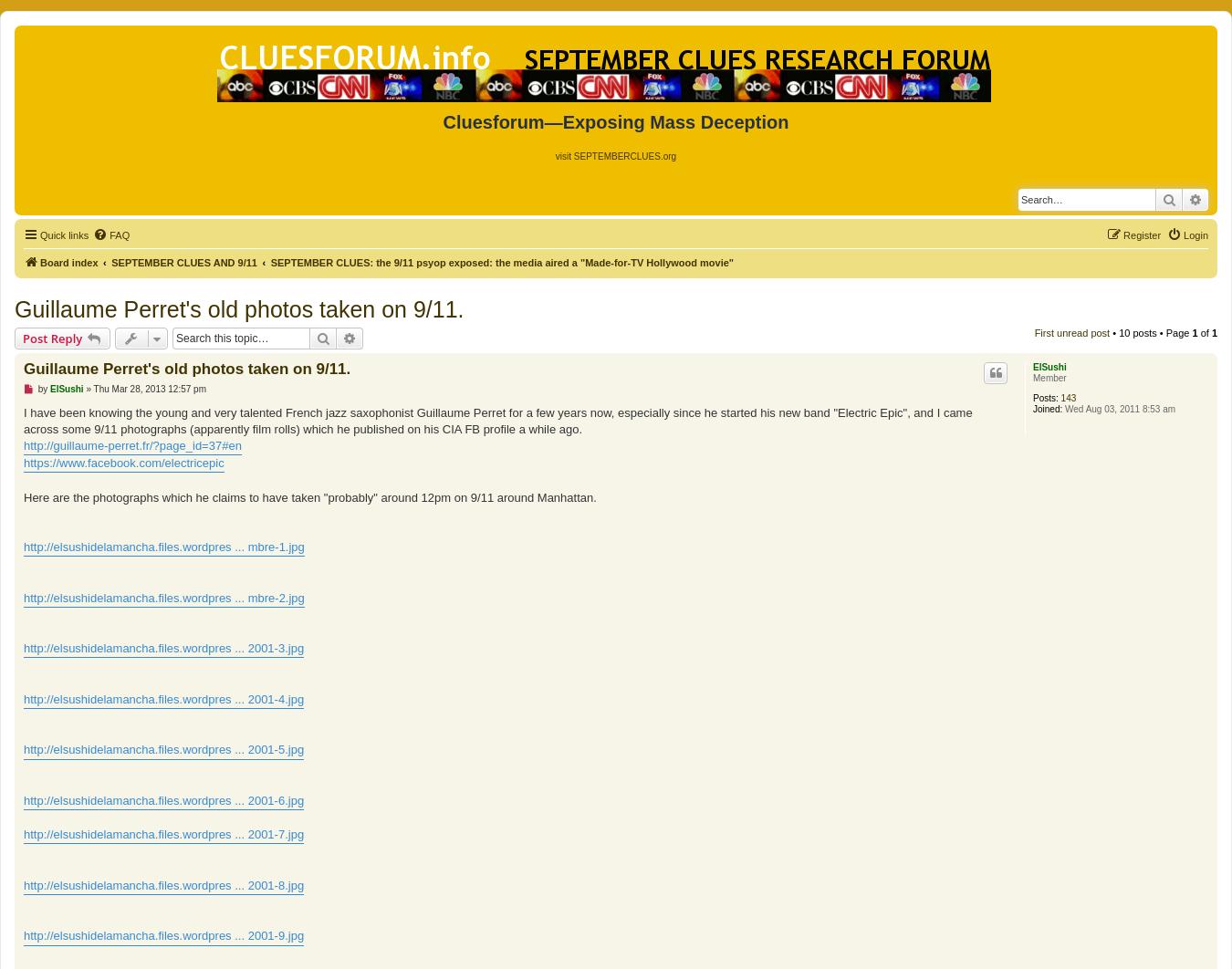 This screenshot has width=1232, height=969. I want to click on 'http://elsushidelamancha.files.wordpres ... 2001-7.jpg', so click(163, 833).